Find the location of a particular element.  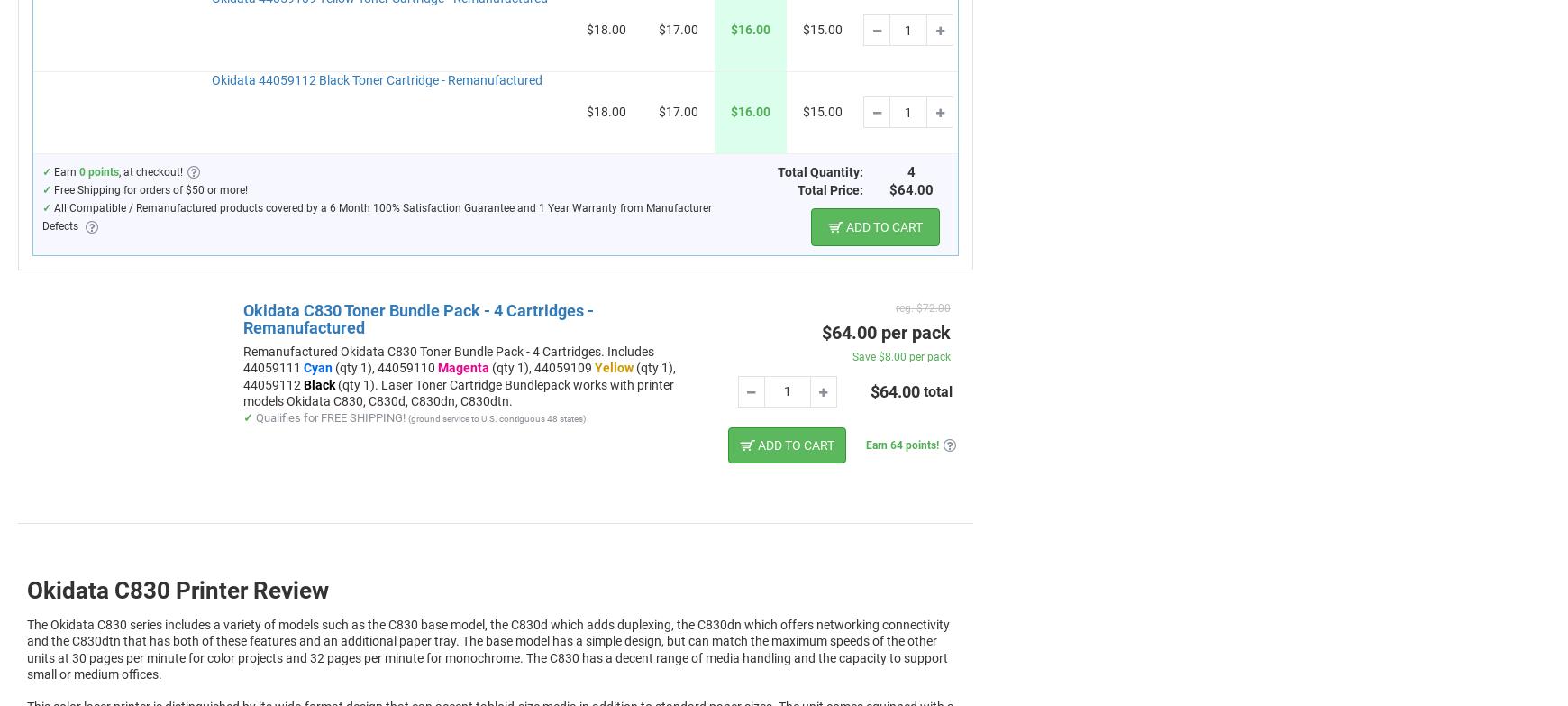

'Black' is located at coordinates (319, 383).